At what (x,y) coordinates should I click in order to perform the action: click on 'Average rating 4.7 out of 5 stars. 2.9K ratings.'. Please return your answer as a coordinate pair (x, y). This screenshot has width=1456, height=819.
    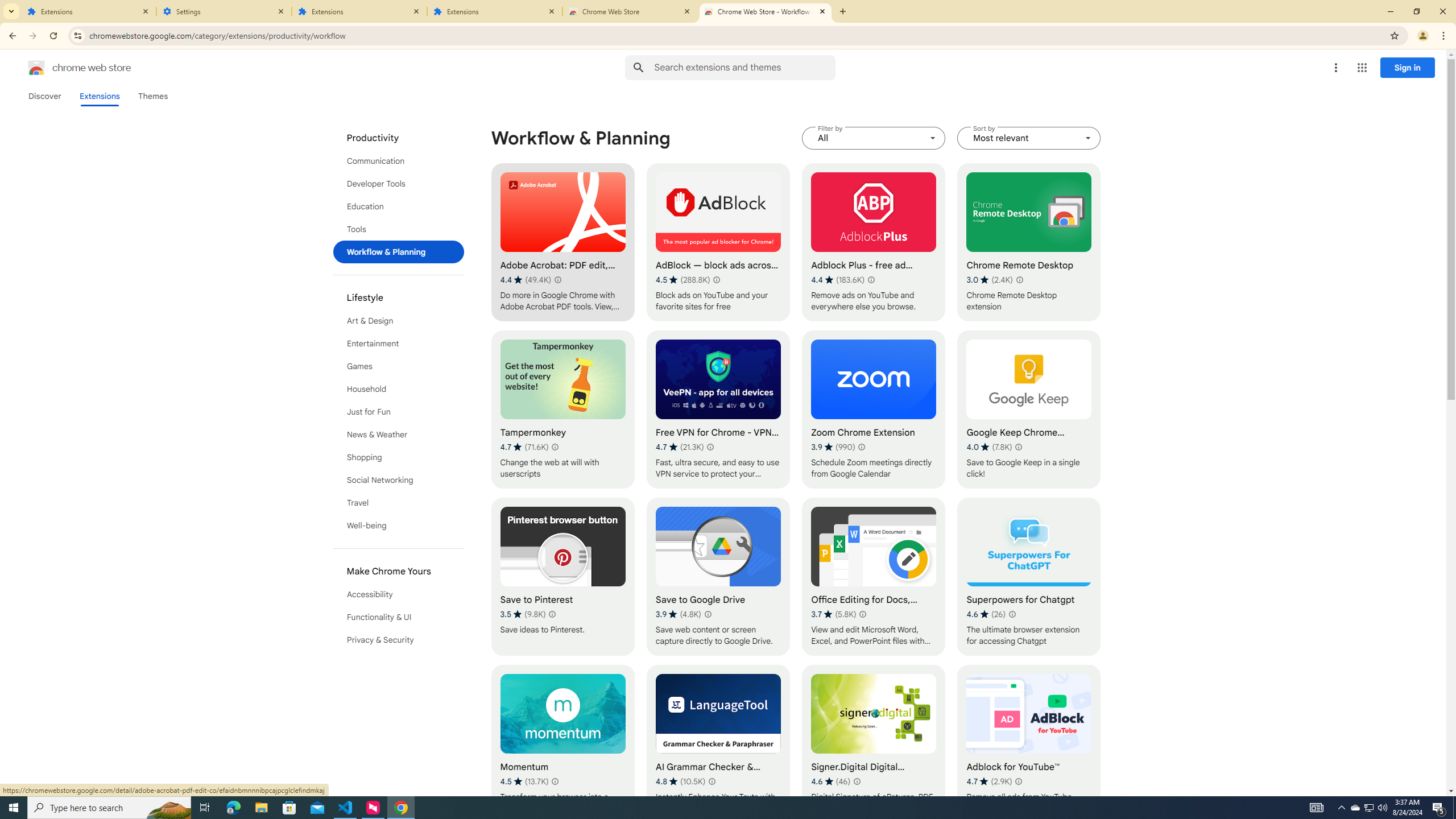
    Looking at the image, I should click on (988, 780).